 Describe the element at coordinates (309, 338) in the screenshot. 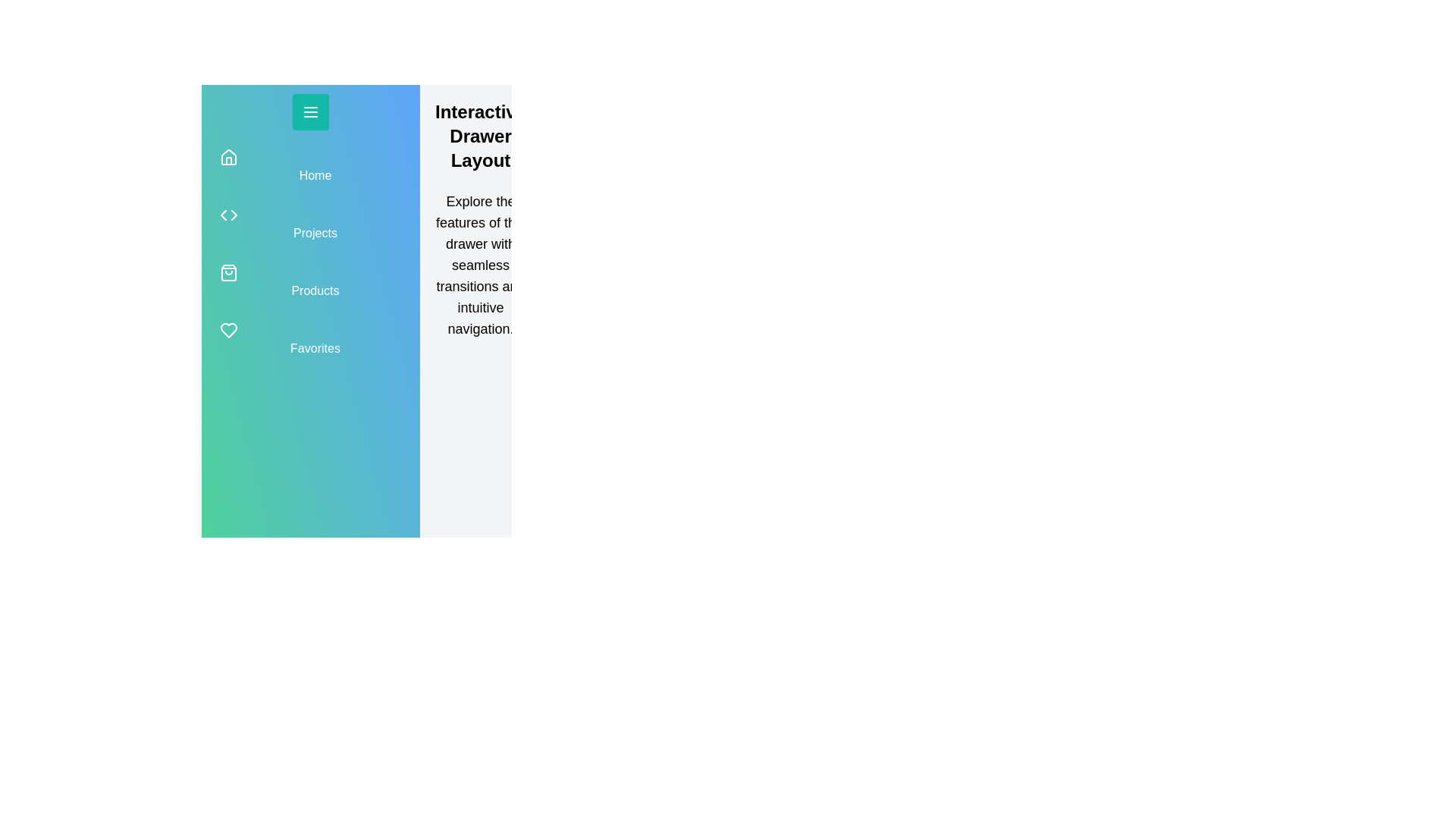

I see `the navigation item Favorites` at that location.